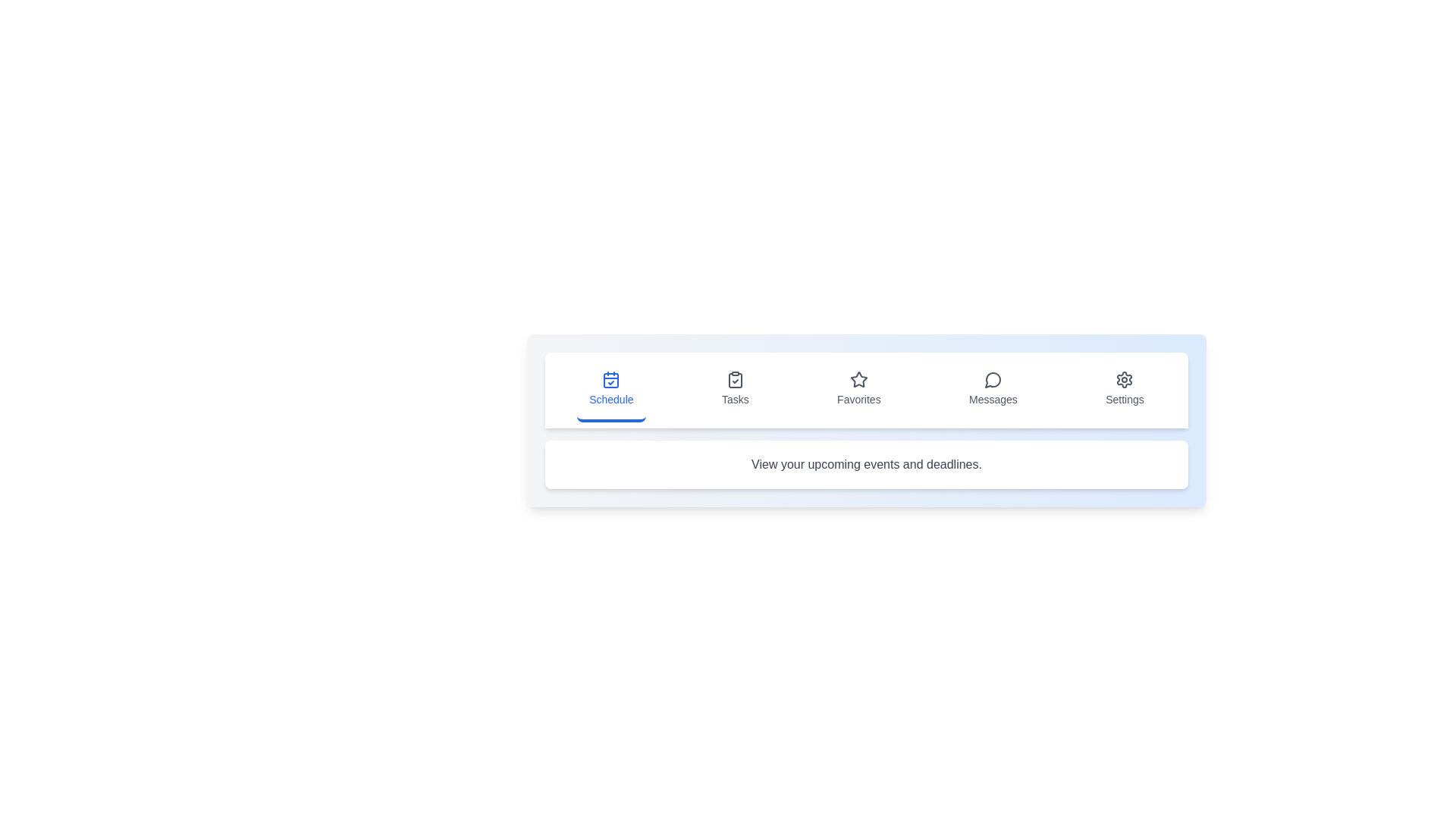 Image resolution: width=1456 pixels, height=819 pixels. Describe the element at coordinates (1125, 390) in the screenshot. I see `the icon corresponding to Settings` at that location.